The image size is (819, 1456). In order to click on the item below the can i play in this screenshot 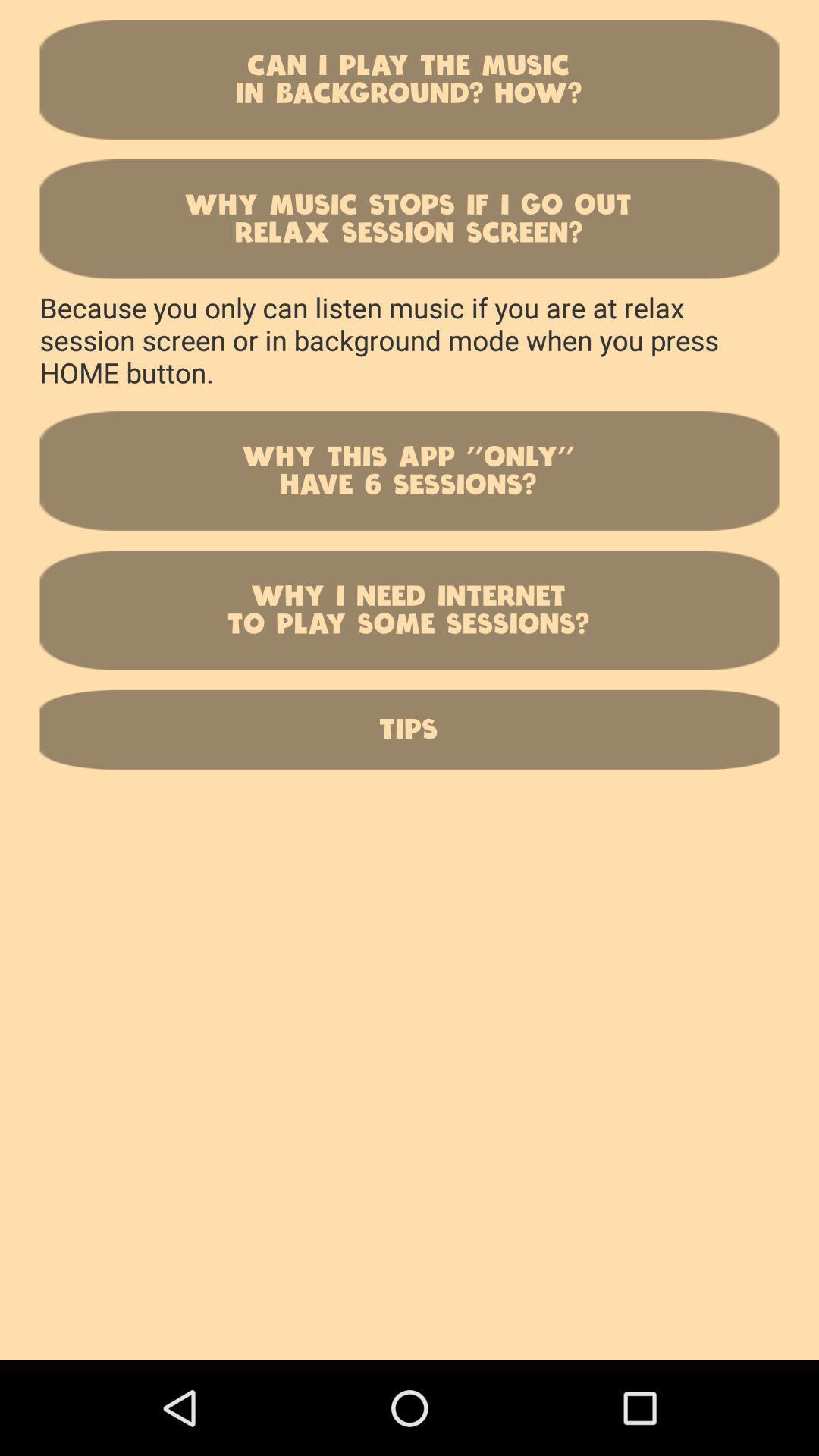, I will do `click(409, 218)`.